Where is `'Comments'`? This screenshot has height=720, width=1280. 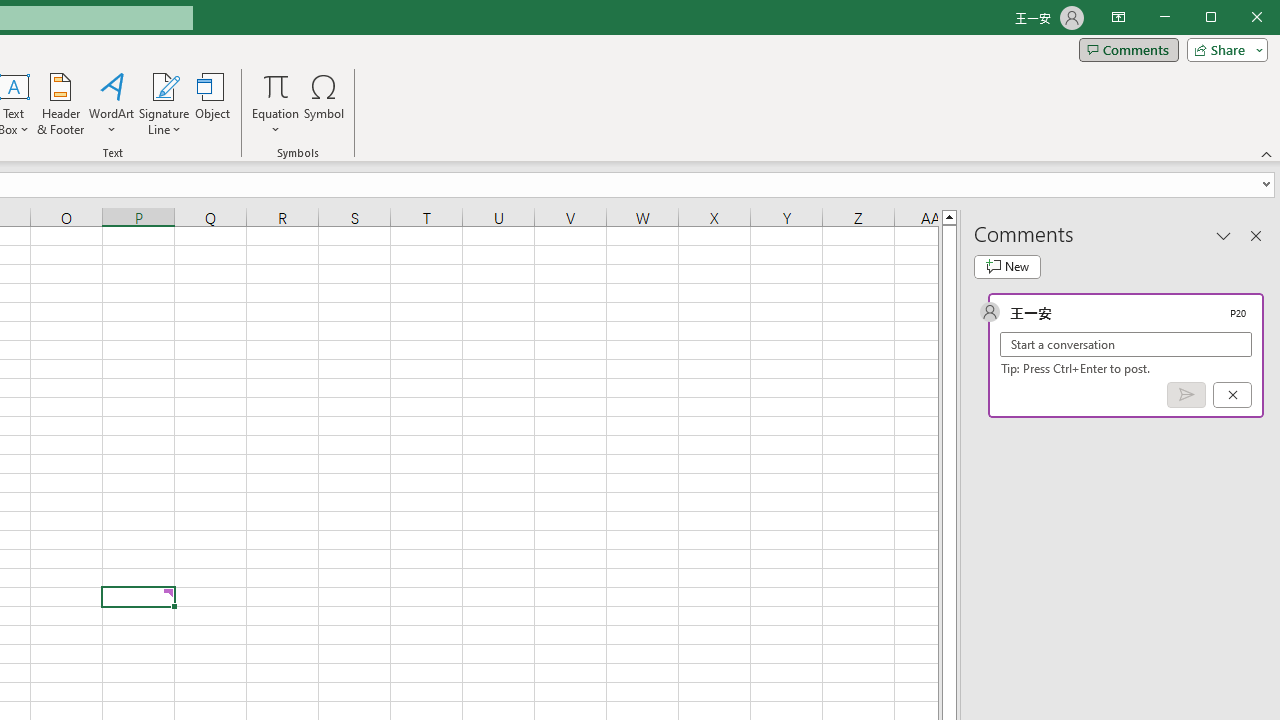
'Comments' is located at coordinates (1128, 49).